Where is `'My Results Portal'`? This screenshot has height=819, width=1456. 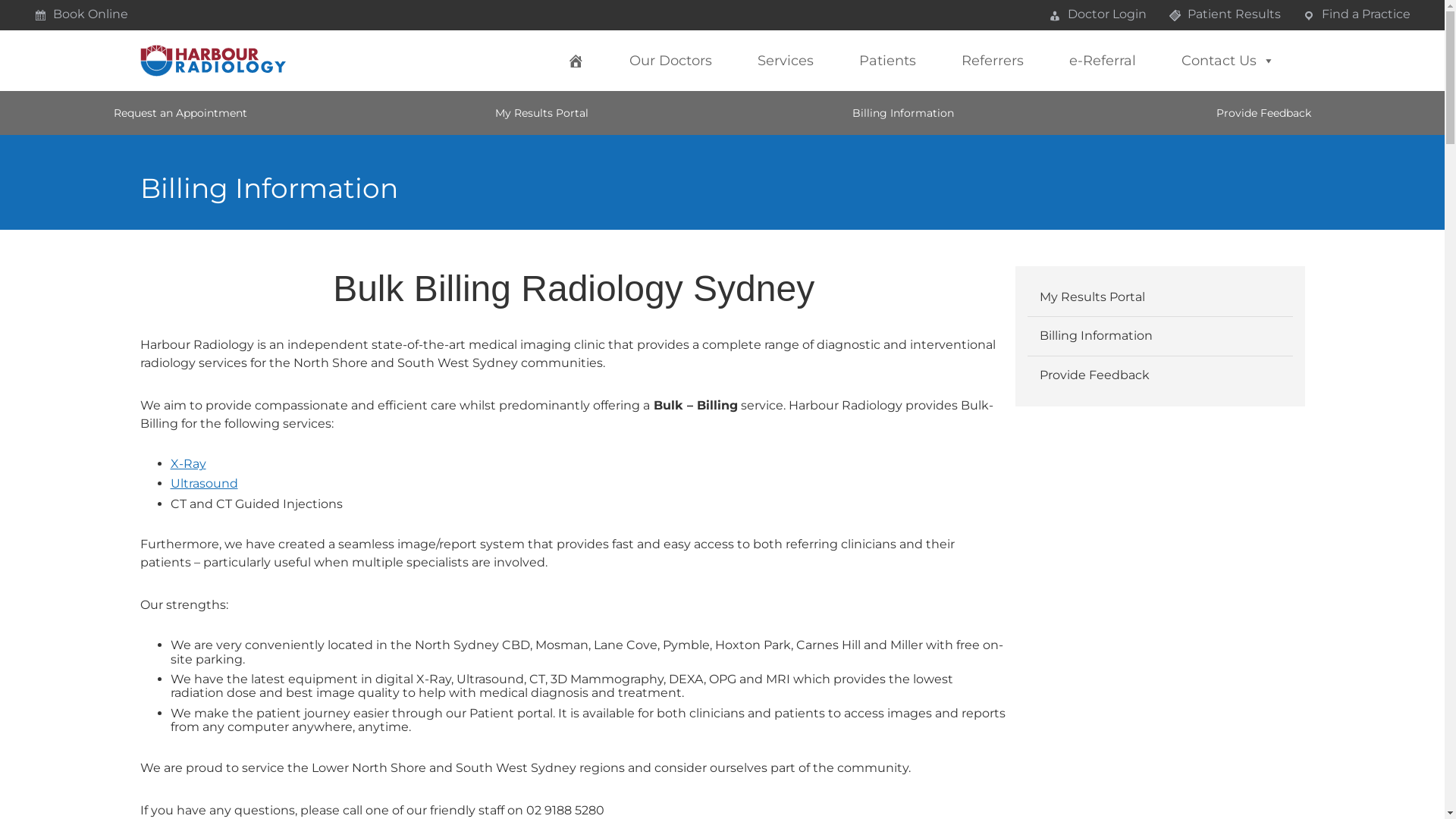
'My Results Portal' is located at coordinates (1159, 297).